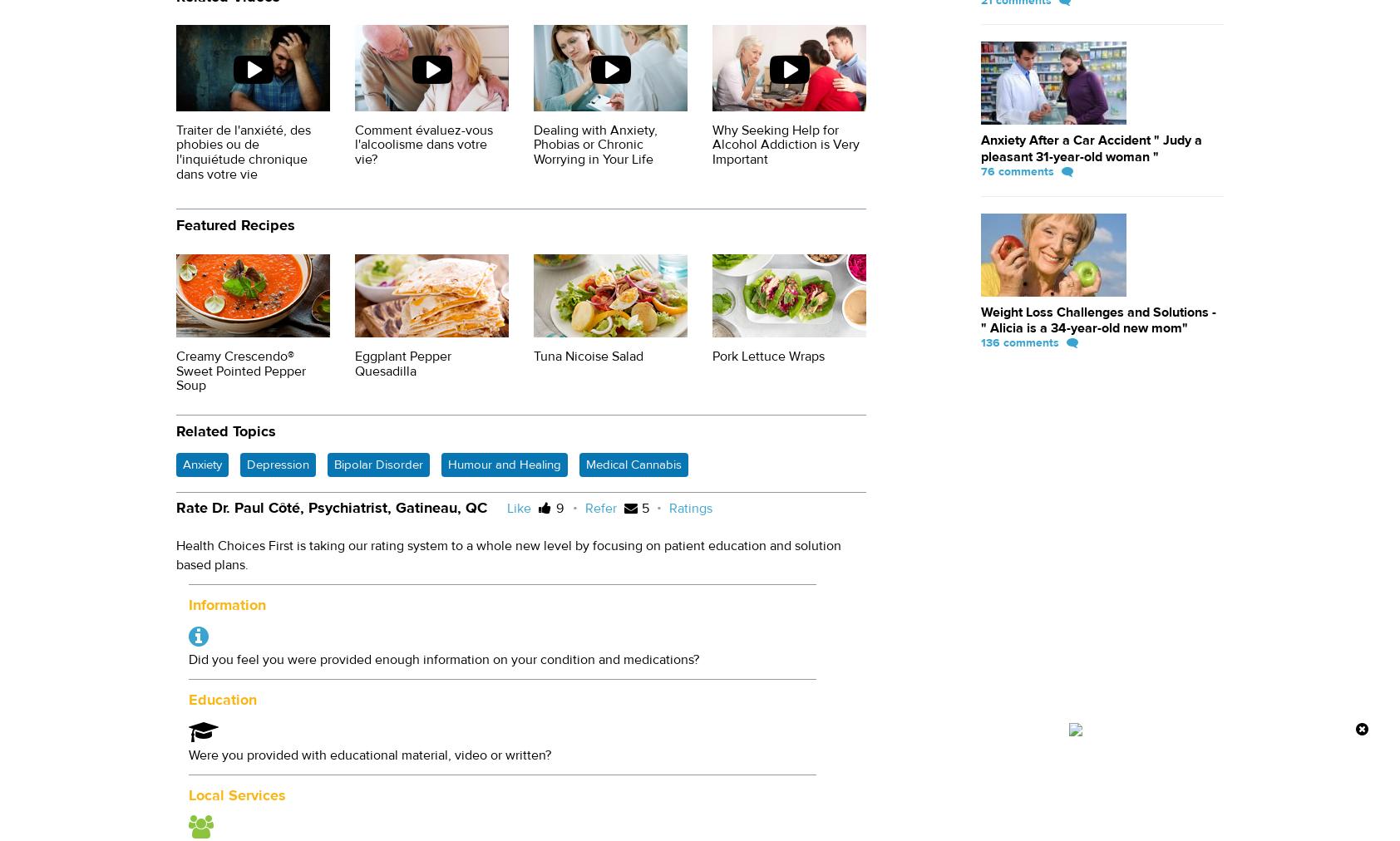 This screenshot has width=1400, height=841. What do you see at coordinates (423, 144) in the screenshot?
I see `'Comment évaluez-vous l'alcoolisme dans votre vie?'` at bounding box center [423, 144].